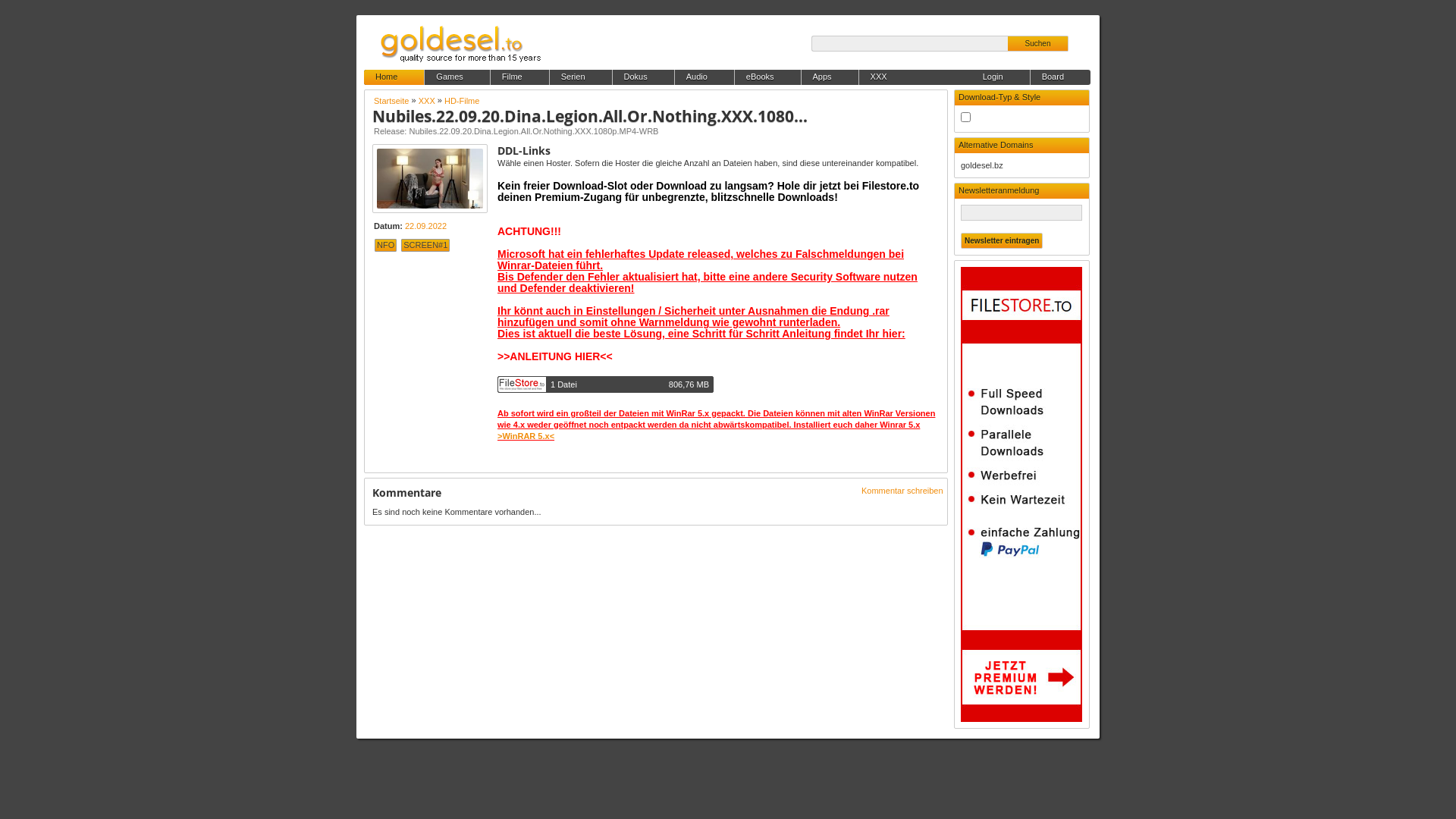 The image size is (1456, 819). Describe the element at coordinates (960, 165) in the screenshot. I see `'goldesel.bz'` at that location.